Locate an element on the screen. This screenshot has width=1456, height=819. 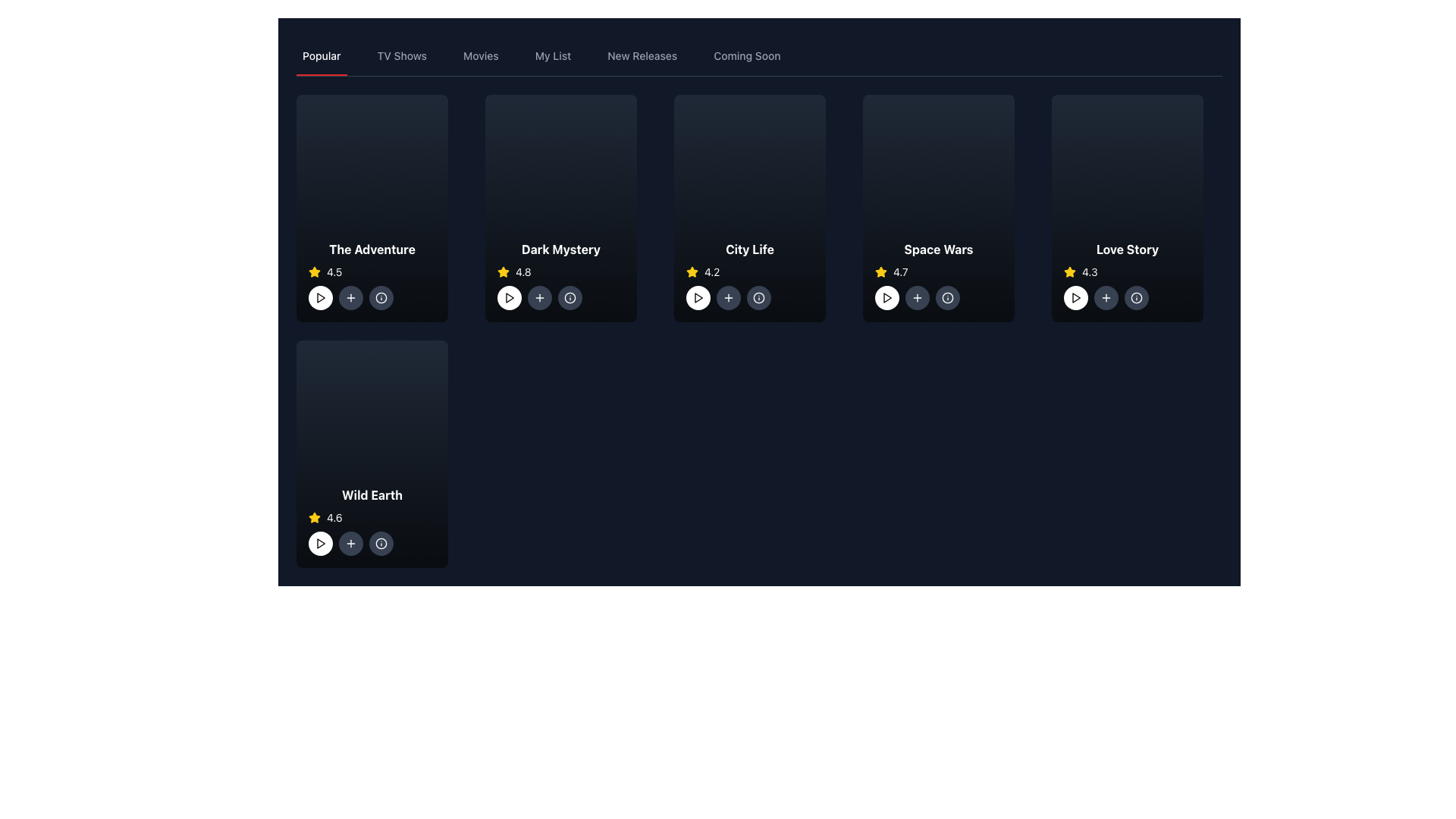
the first button in the horizontal row beneath the 'Dark Mystery' card, which initiates playback of the associated media item is located at coordinates (510, 298).